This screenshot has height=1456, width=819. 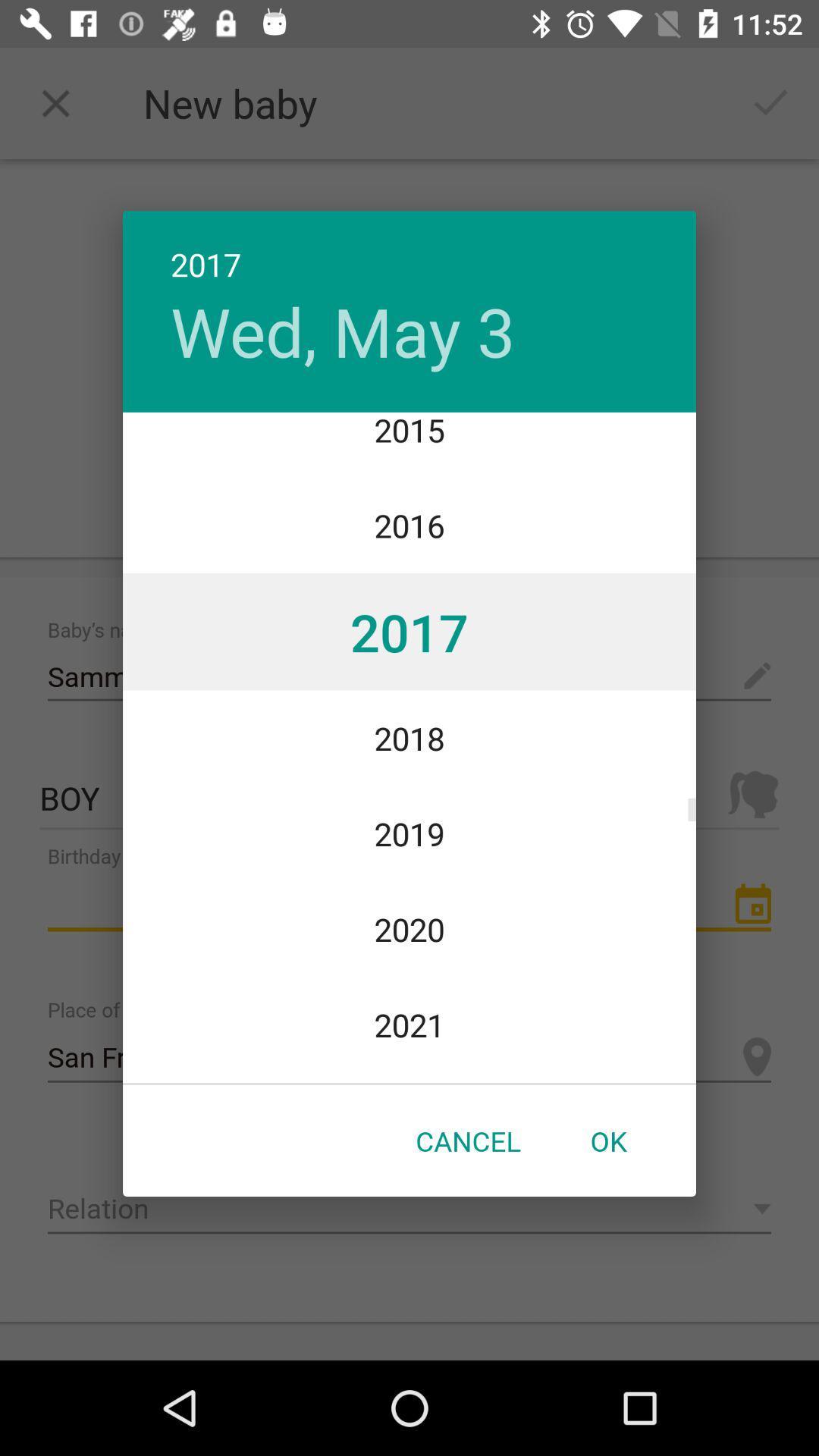 I want to click on the item next to ok icon, so click(x=467, y=1141).